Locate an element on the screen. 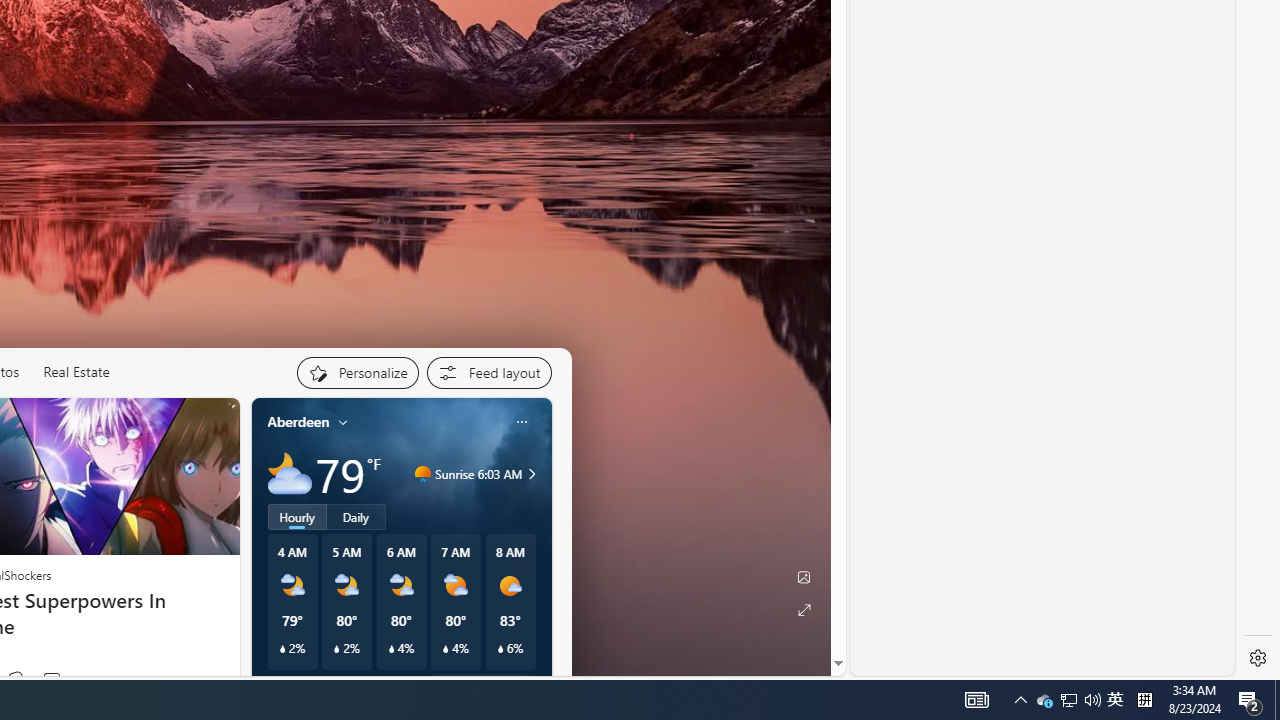 This screenshot has width=1280, height=720. 'My location' is located at coordinates (343, 420).